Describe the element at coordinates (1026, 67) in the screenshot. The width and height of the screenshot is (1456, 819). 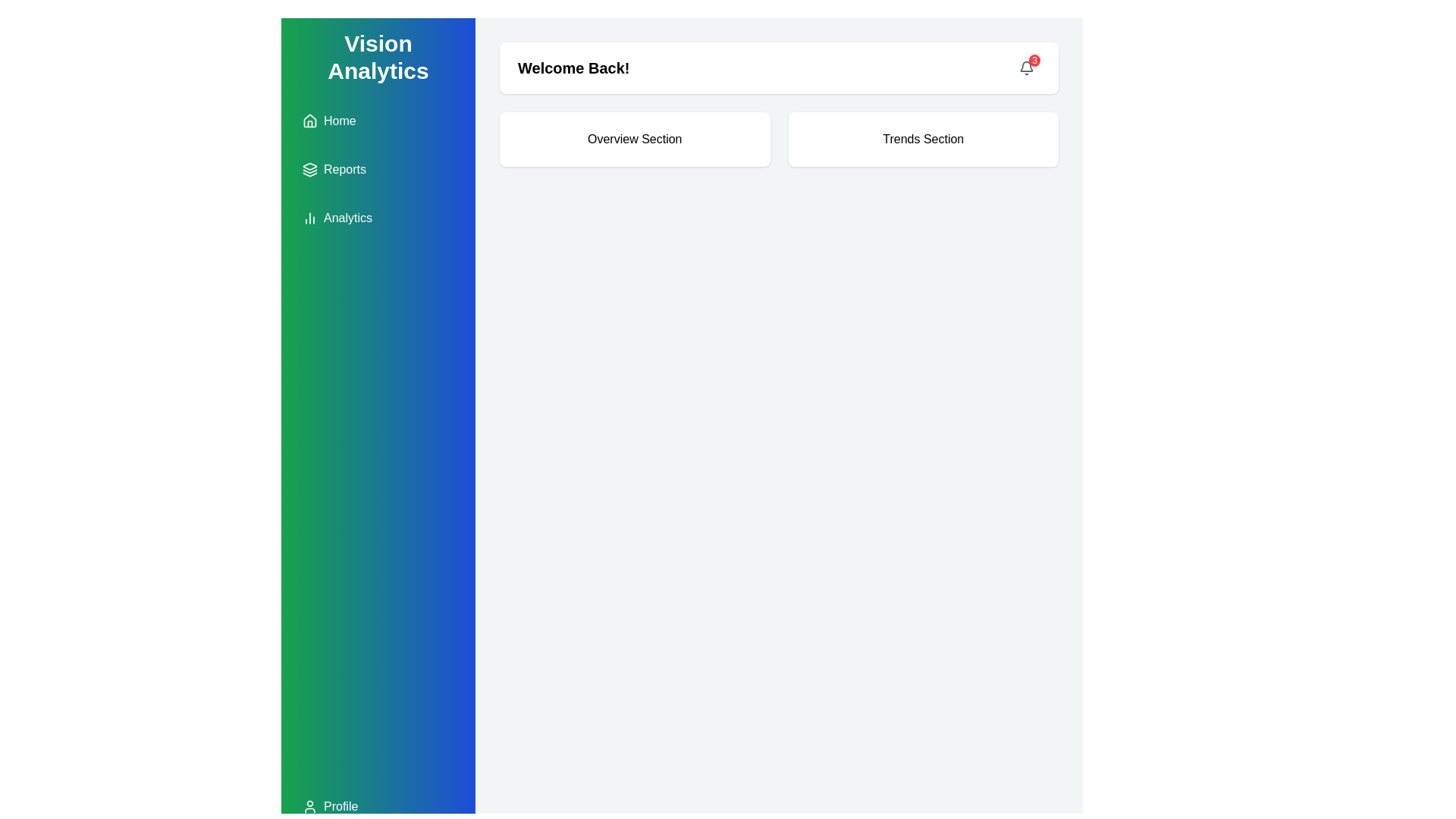
I see `the bell icon located in the top-right section of the page` at that location.